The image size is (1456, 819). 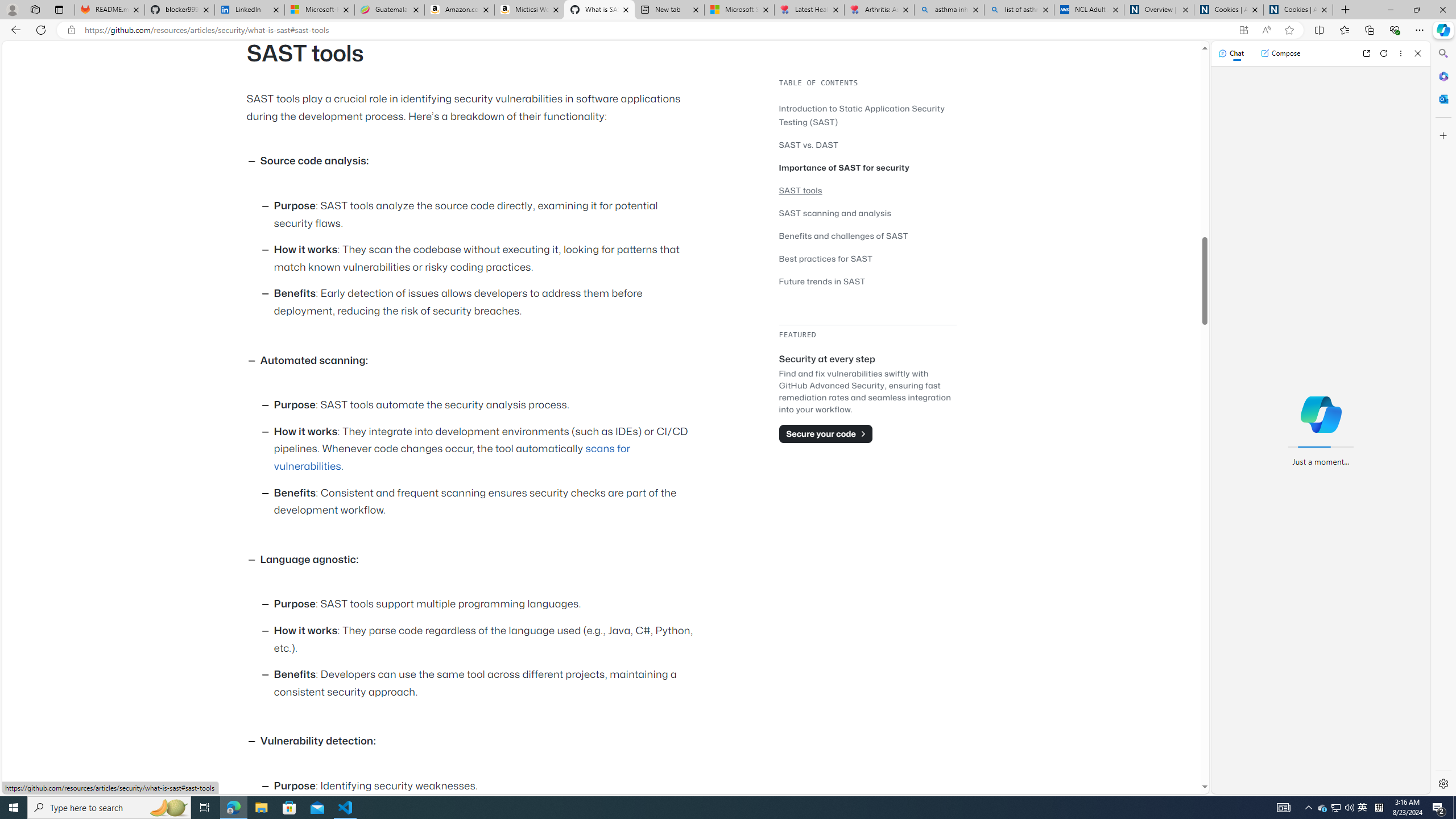 What do you see at coordinates (834, 213) in the screenshot?
I see `'SAST scanning and analysis'` at bounding box center [834, 213].